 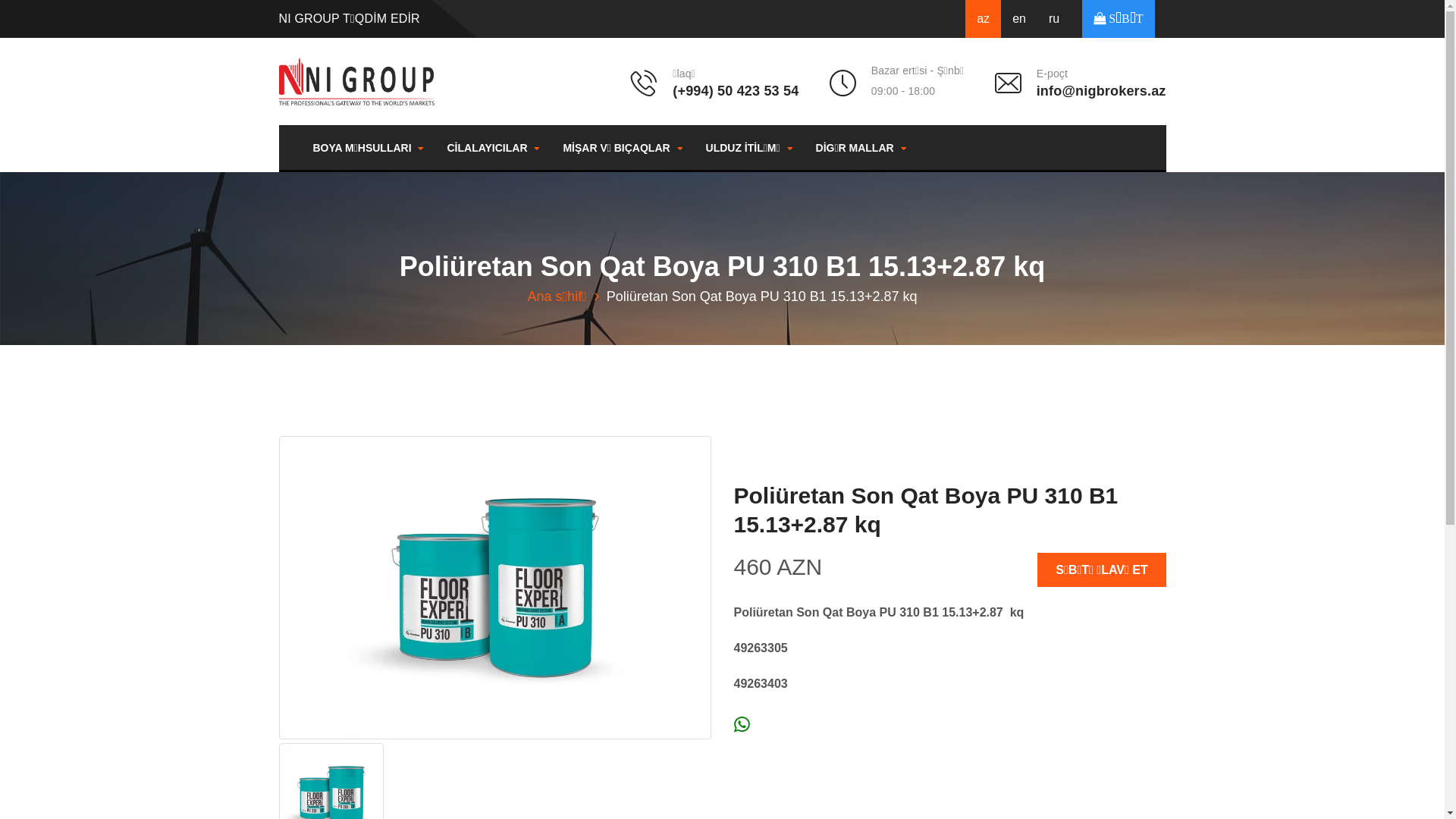 What do you see at coordinates (1001, 18) in the screenshot?
I see `'en'` at bounding box center [1001, 18].